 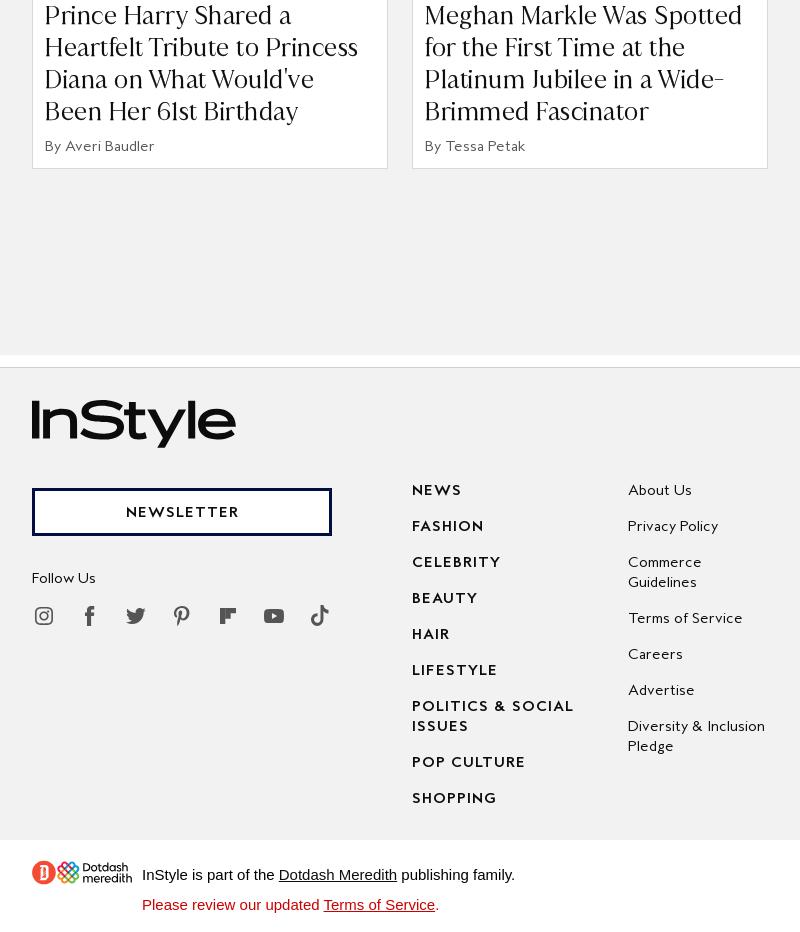 What do you see at coordinates (455, 560) in the screenshot?
I see `'Celebrity'` at bounding box center [455, 560].